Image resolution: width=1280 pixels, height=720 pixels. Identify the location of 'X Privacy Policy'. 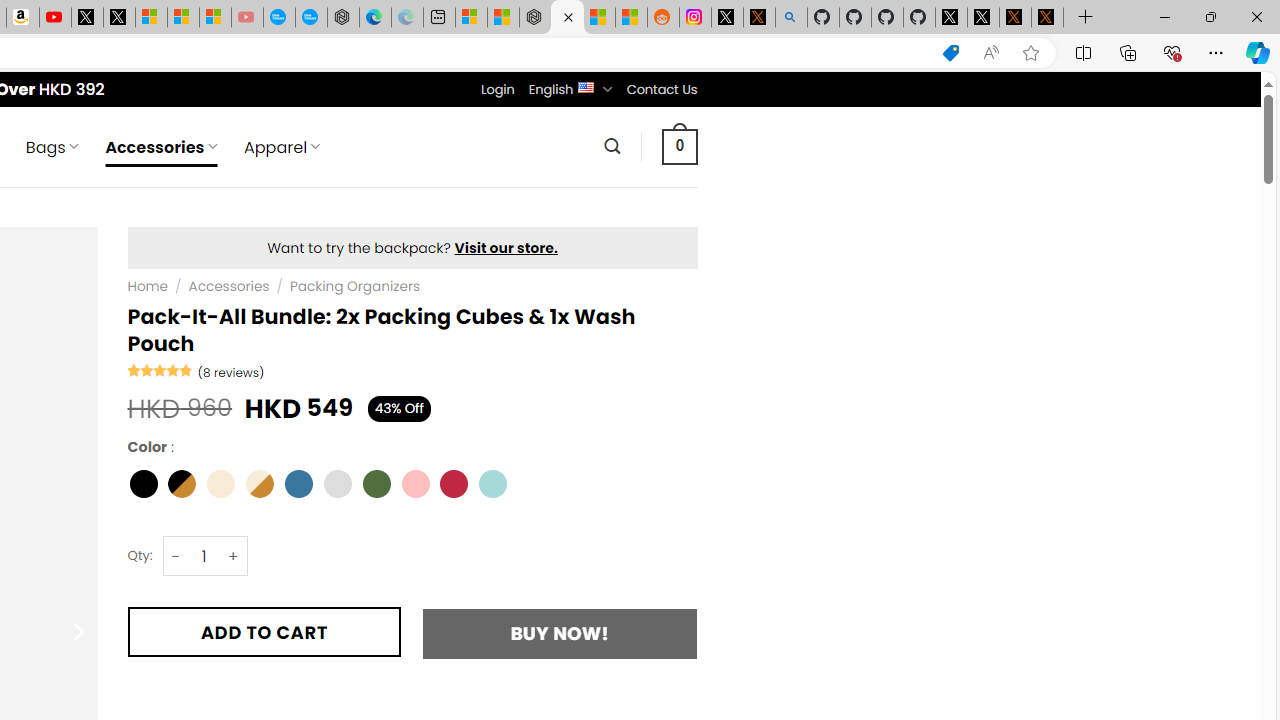
(1046, 17).